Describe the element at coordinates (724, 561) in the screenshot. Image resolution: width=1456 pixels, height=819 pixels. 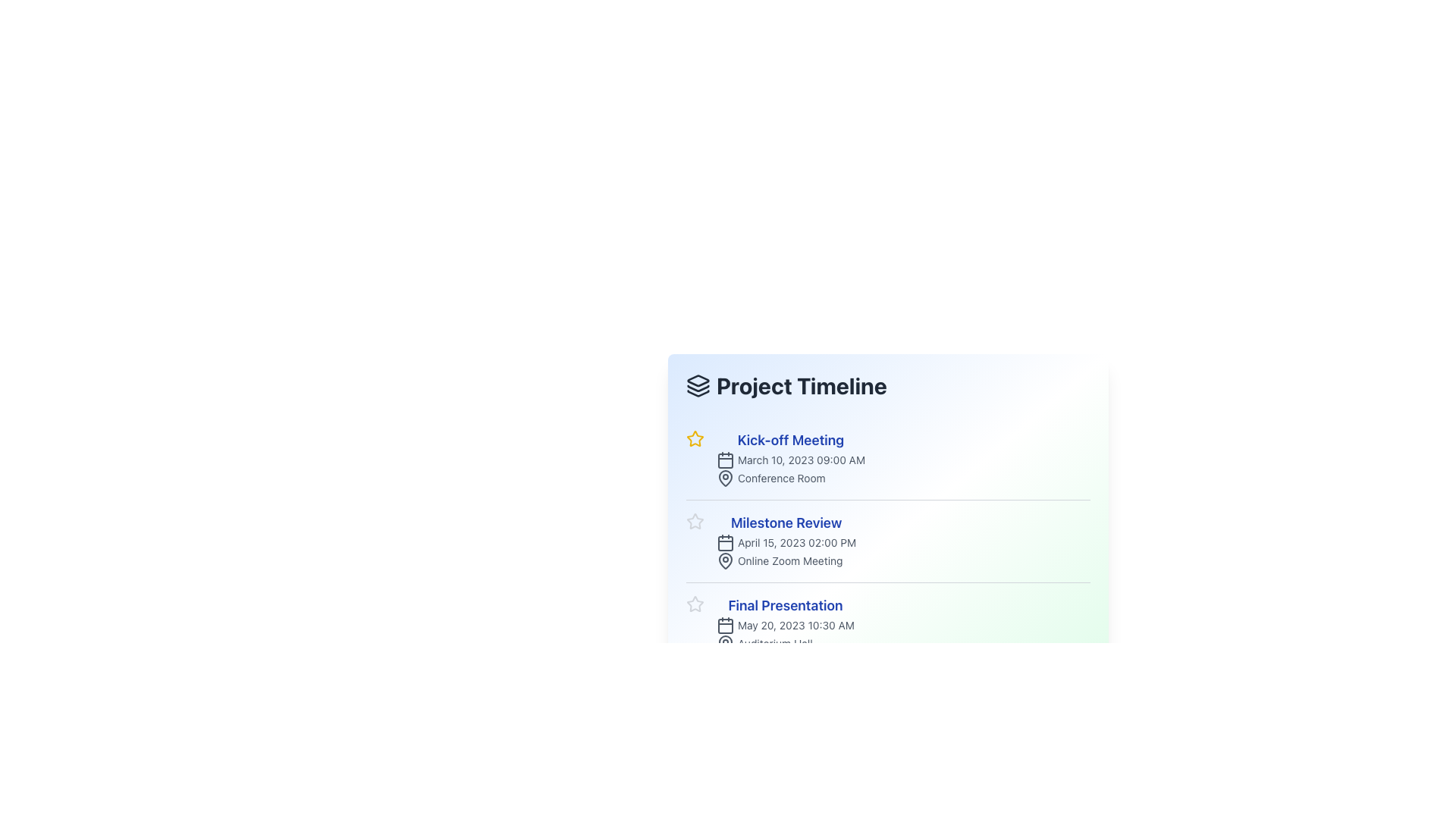
I see `the map pin icon at the beginning of the 'Online Zoom Meeting' row, which is styled as an outline and rendered in a dark color` at that location.